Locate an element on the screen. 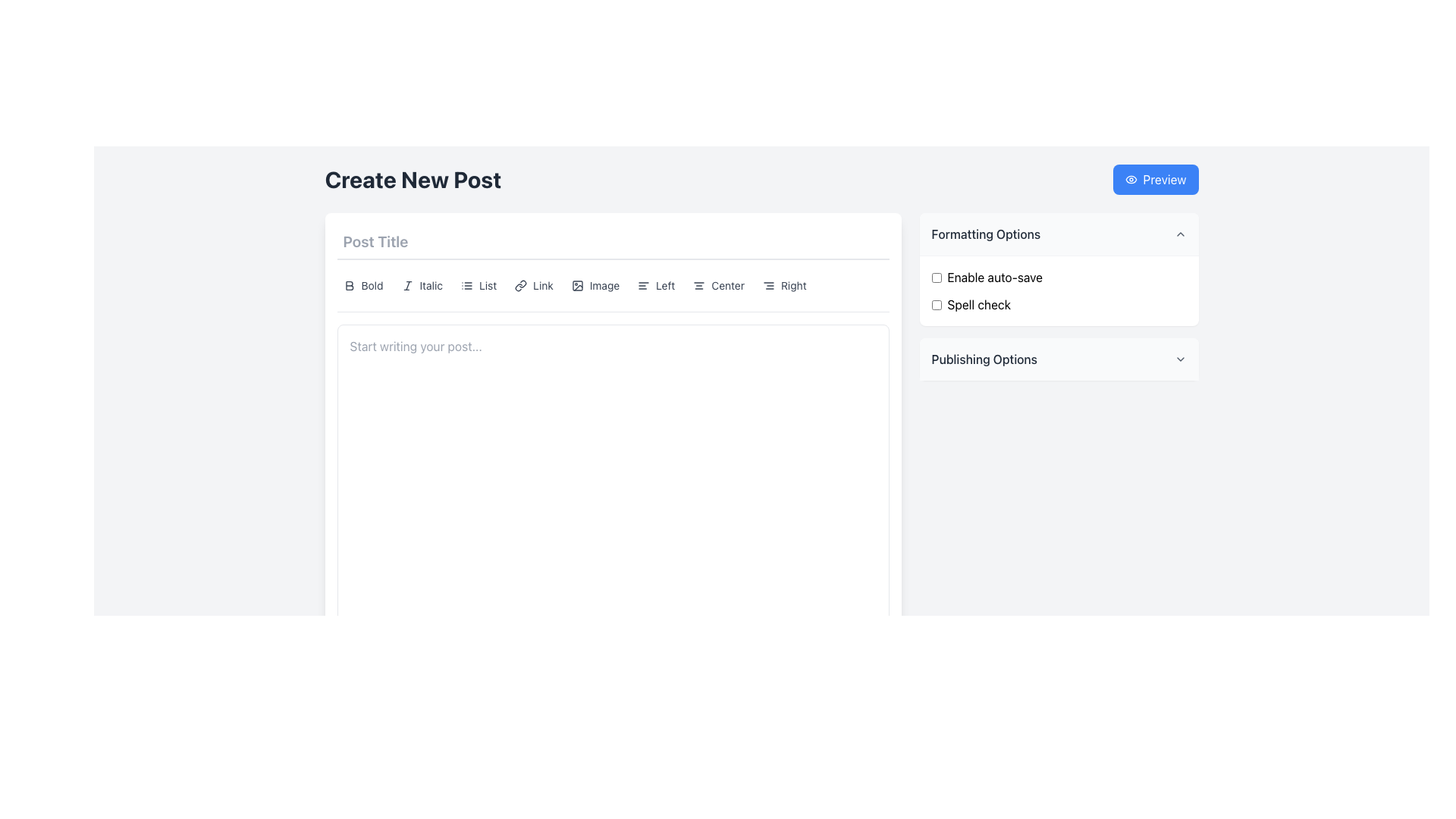  the interactive toggle icon located in the top-right corner of the 'Formatting Options' section, which collapses this section is located at coordinates (1179, 234).